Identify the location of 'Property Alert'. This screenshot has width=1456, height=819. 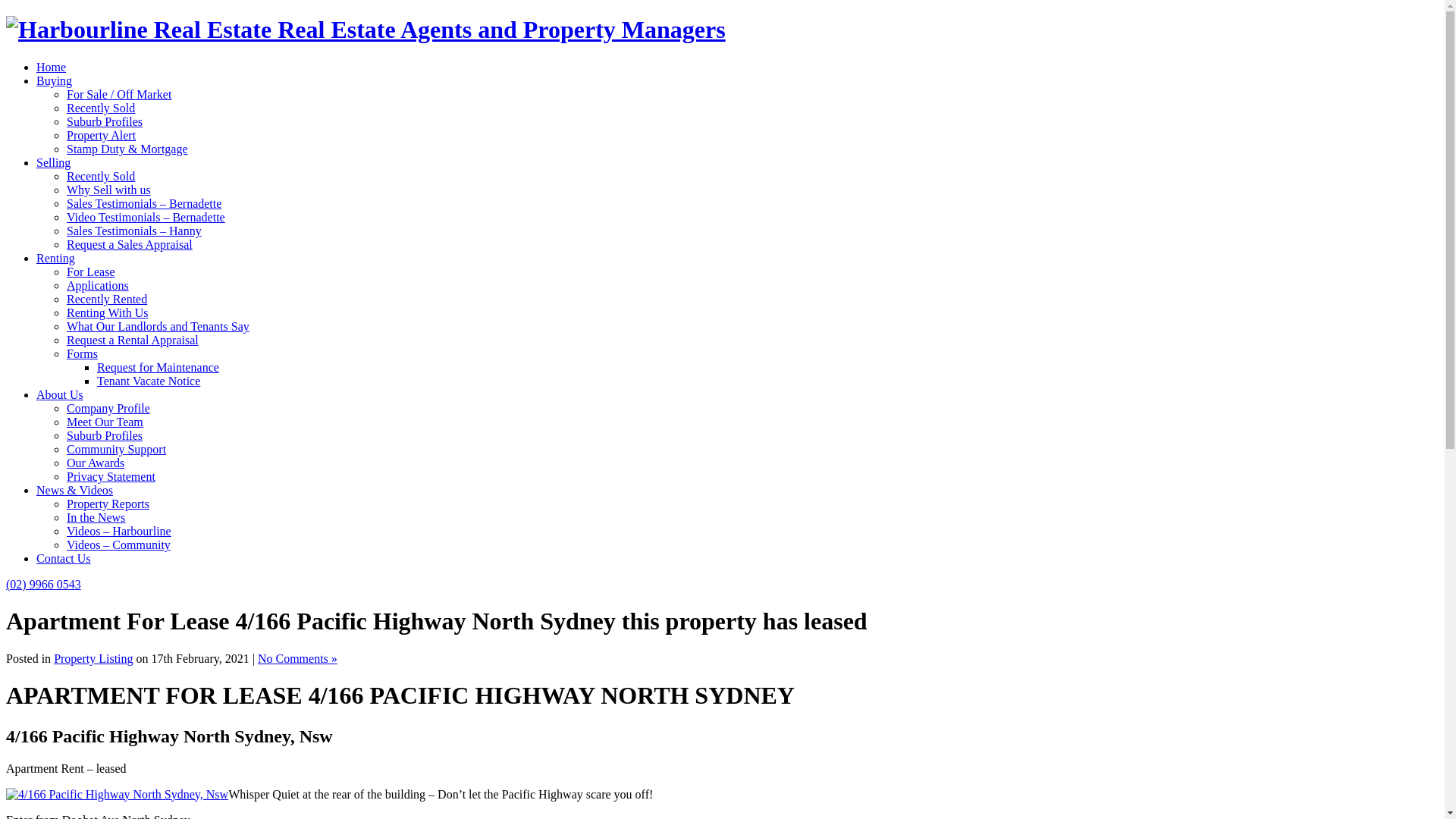
(65, 134).